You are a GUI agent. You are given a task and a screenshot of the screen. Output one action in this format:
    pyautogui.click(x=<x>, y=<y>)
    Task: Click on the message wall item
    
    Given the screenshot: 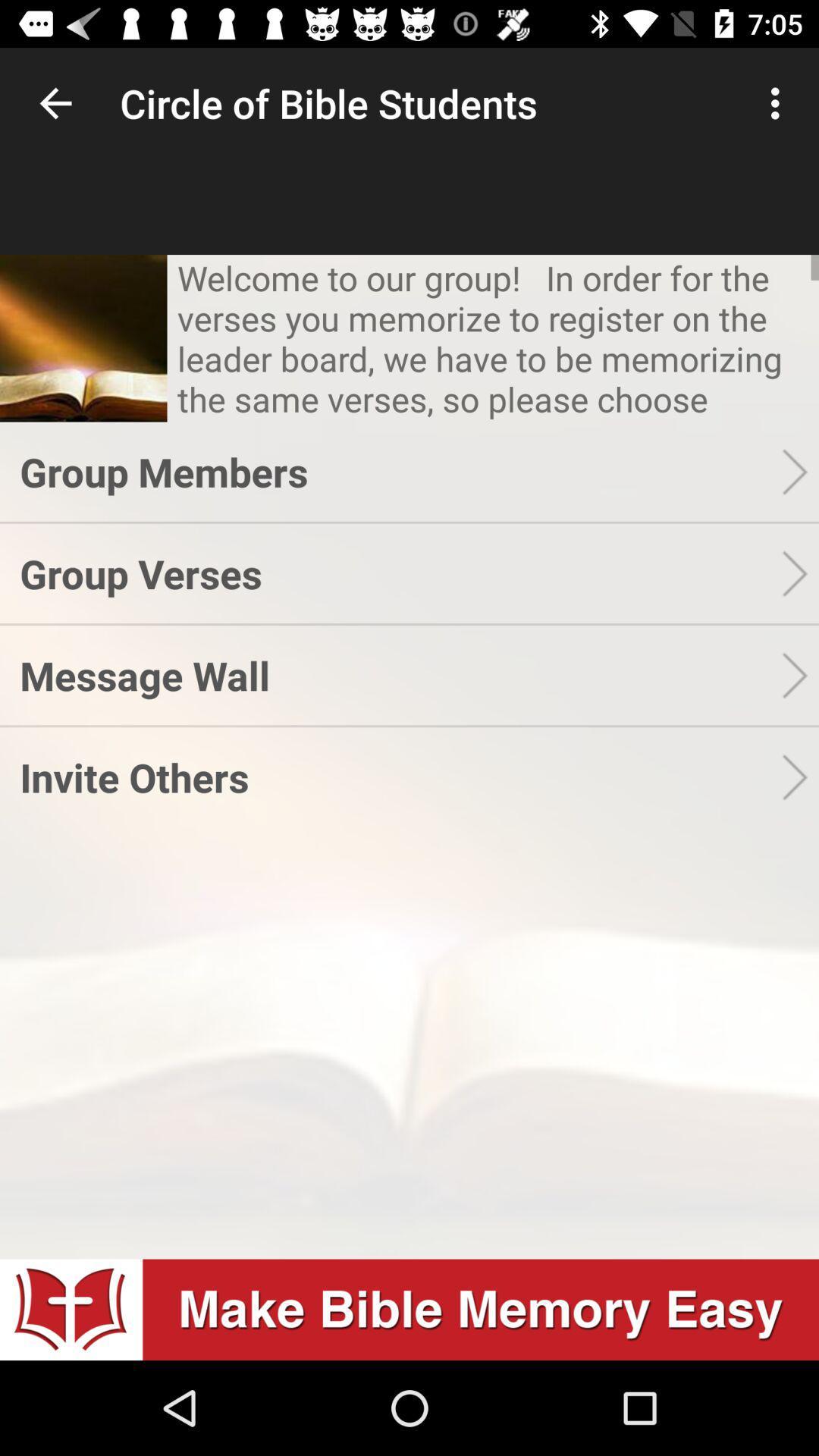 What is the action you would take?
    pyautogui.click(x=400, y=674)
    